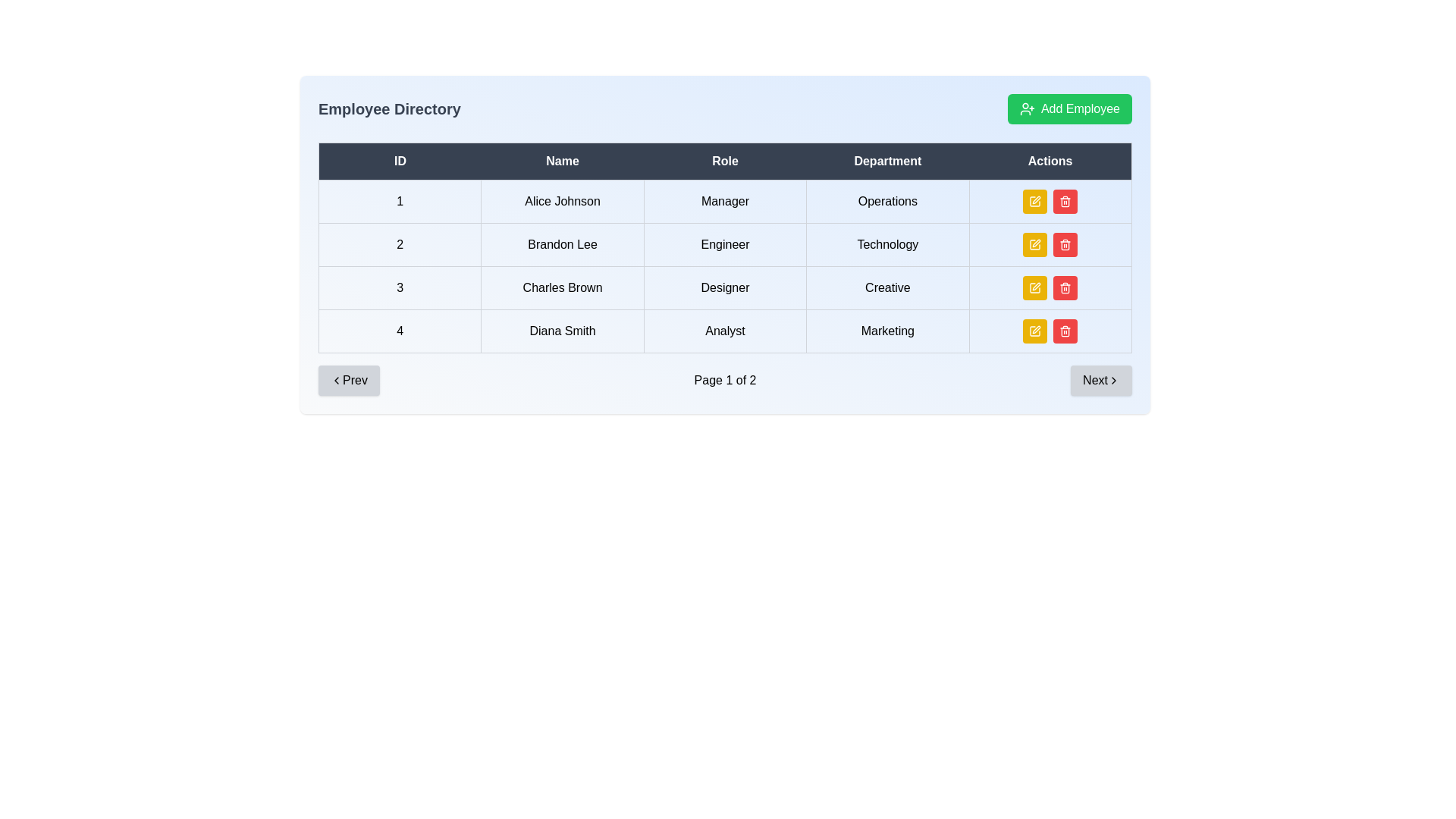  What do you see at coordinates (1036, 199) in the screenshot?
I see `the edit icon in the Actions column of the table associated with the first row (ID 1: Alice Johnson) to initiate editing` at bounding box center [1036, 199].